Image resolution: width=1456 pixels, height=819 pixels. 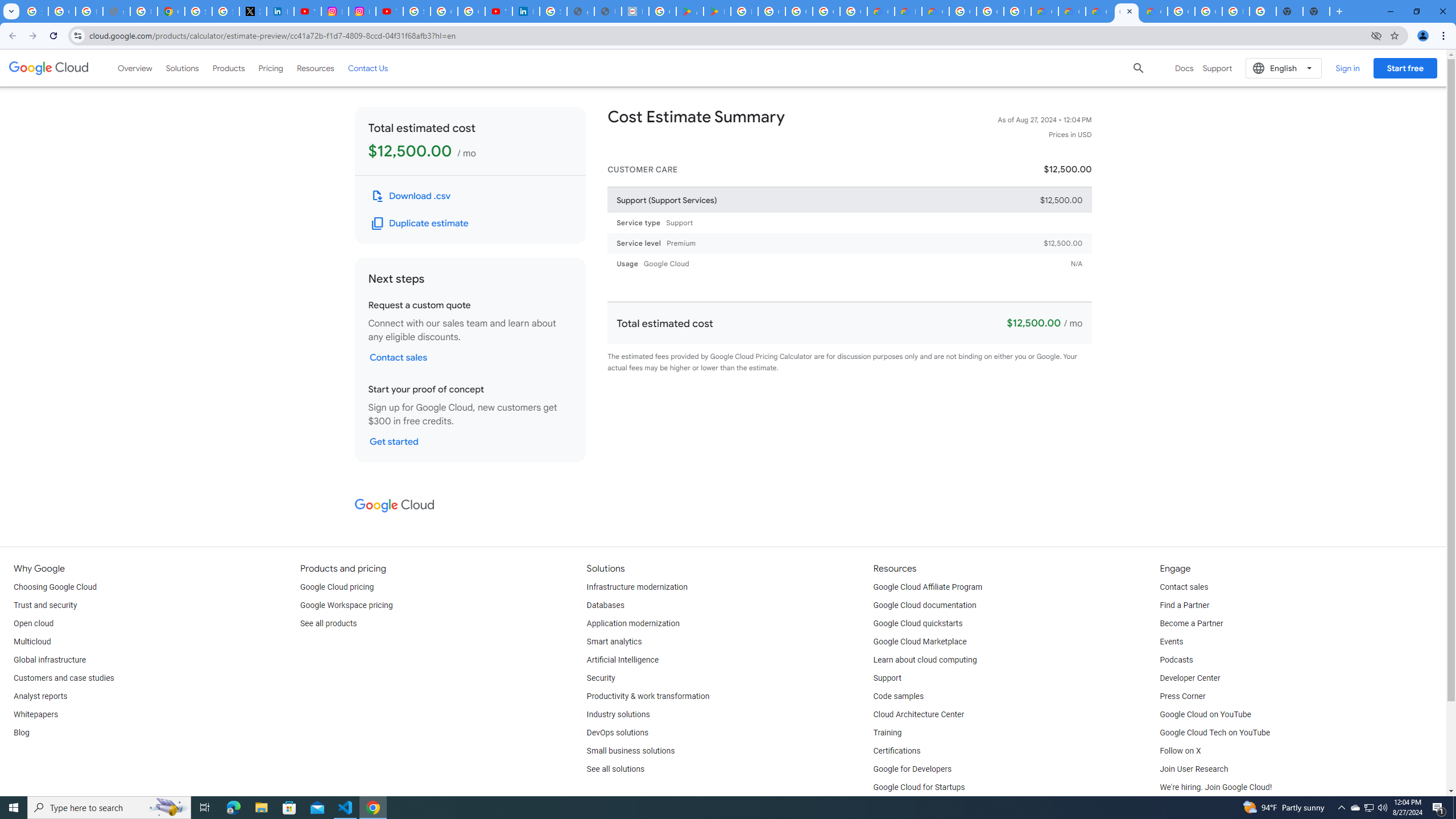 What do you see at coordinates (1099, 11) in the screenshot?
I see `'Google Cloud Estimate Summary'` at bounding box center [1099, 11].